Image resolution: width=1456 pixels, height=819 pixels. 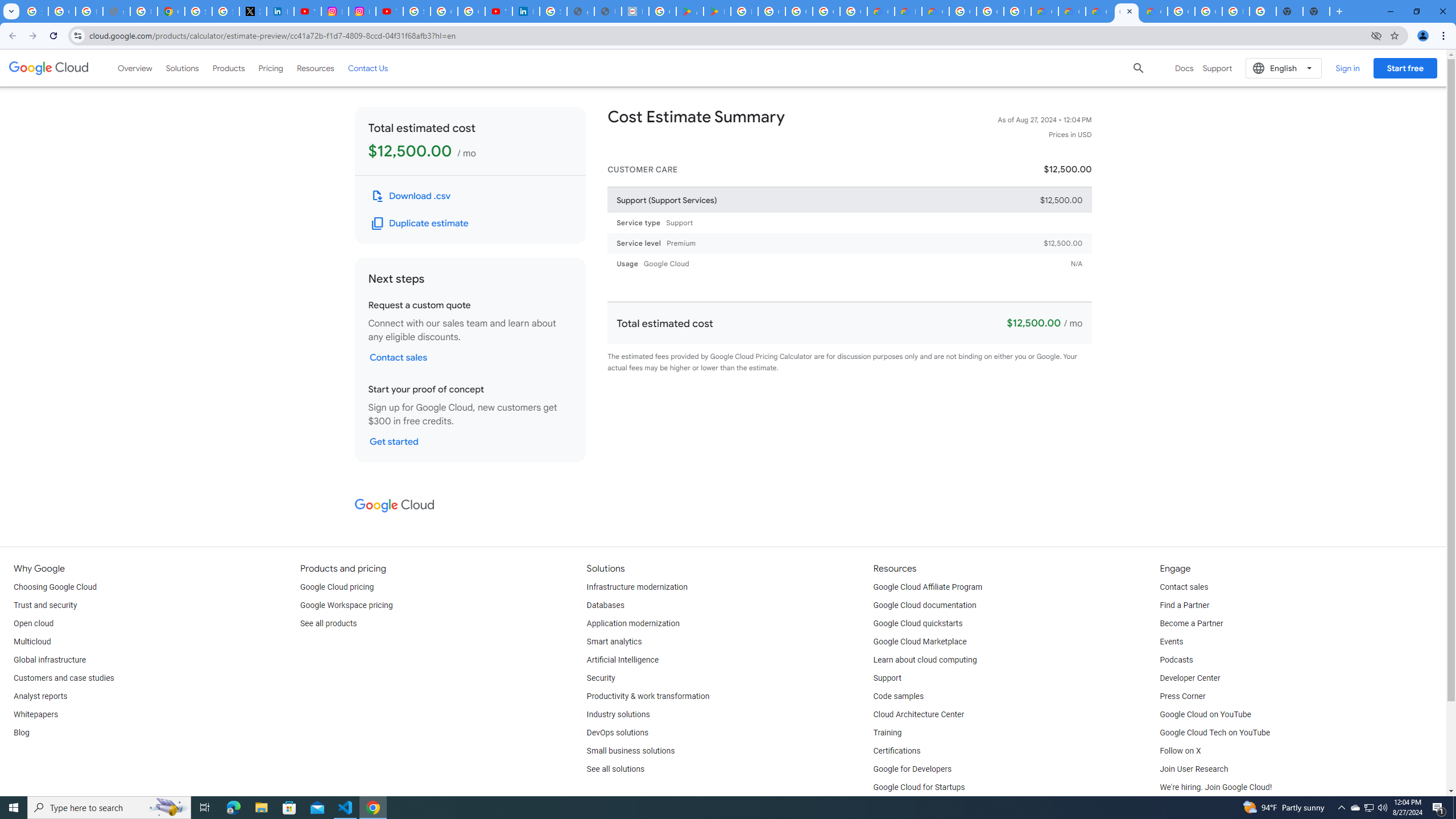 What do you see at coordinates (1099, 11) in the screenshot?
I see `'Google Cloud Estimate Summary'` at bounding box center [1099, 11].